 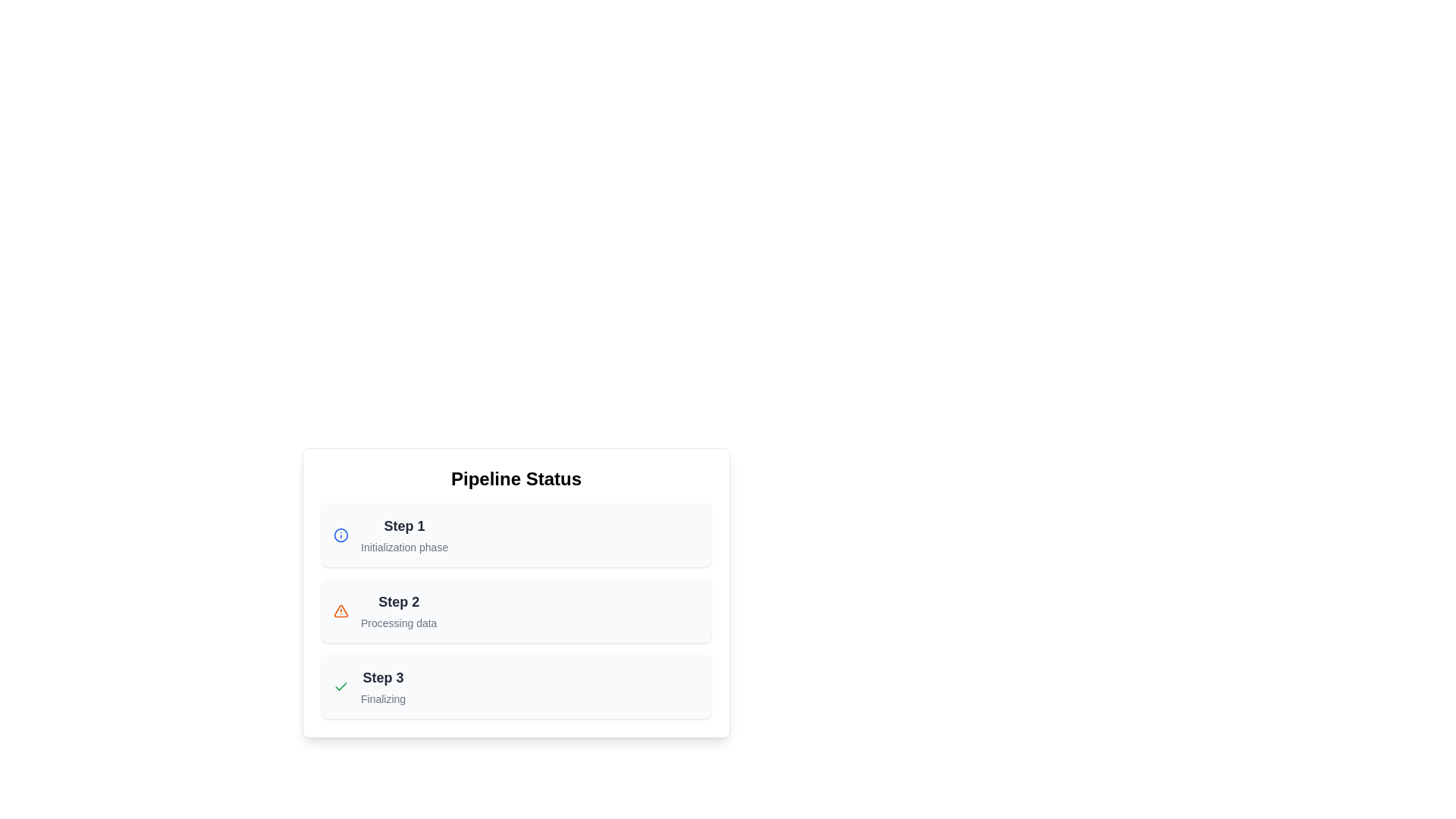 What do you see at coordinates (516, 592) in the screenshot?
I see `the informational card labeled 'Step 2' with a warning icon and descriptive text 'Processing data' located within the 'Pipeline Status' section` at bounding box center [516, 592].